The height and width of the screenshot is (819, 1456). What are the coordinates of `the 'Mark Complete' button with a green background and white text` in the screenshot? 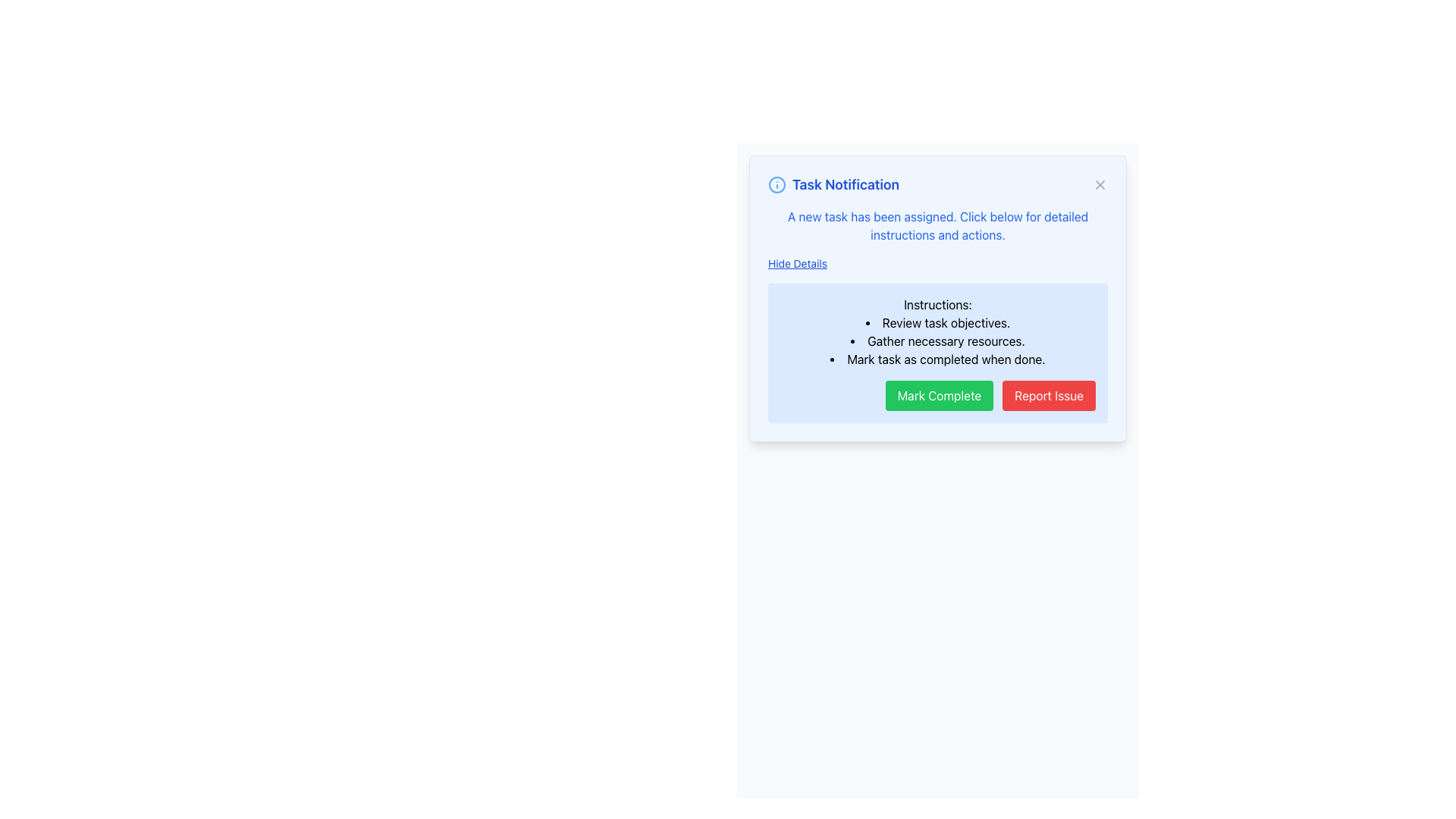 It's located at (938, 394).